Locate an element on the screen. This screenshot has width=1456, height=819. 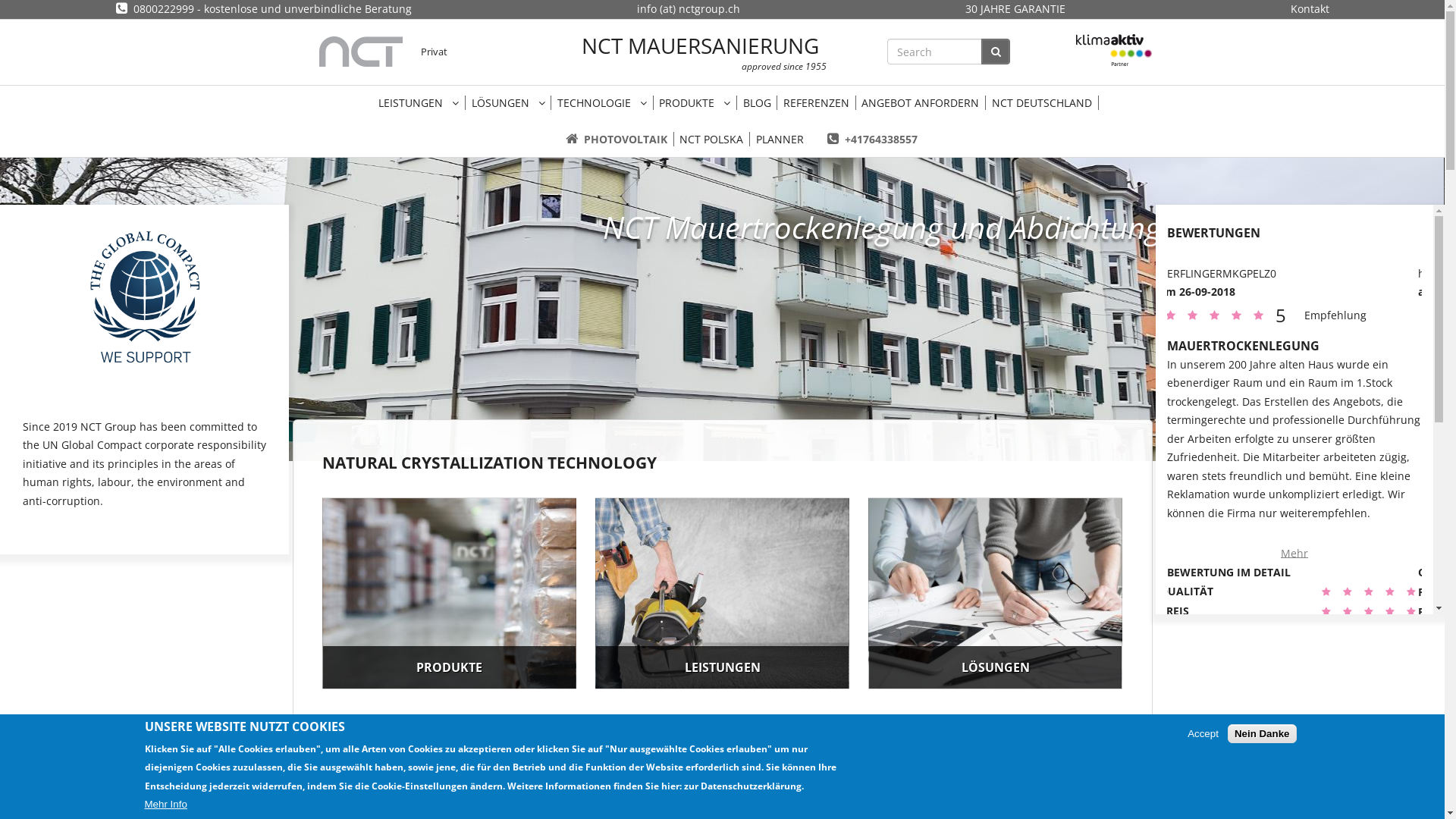
'+41764338557' is located at coordinates (821, 139).